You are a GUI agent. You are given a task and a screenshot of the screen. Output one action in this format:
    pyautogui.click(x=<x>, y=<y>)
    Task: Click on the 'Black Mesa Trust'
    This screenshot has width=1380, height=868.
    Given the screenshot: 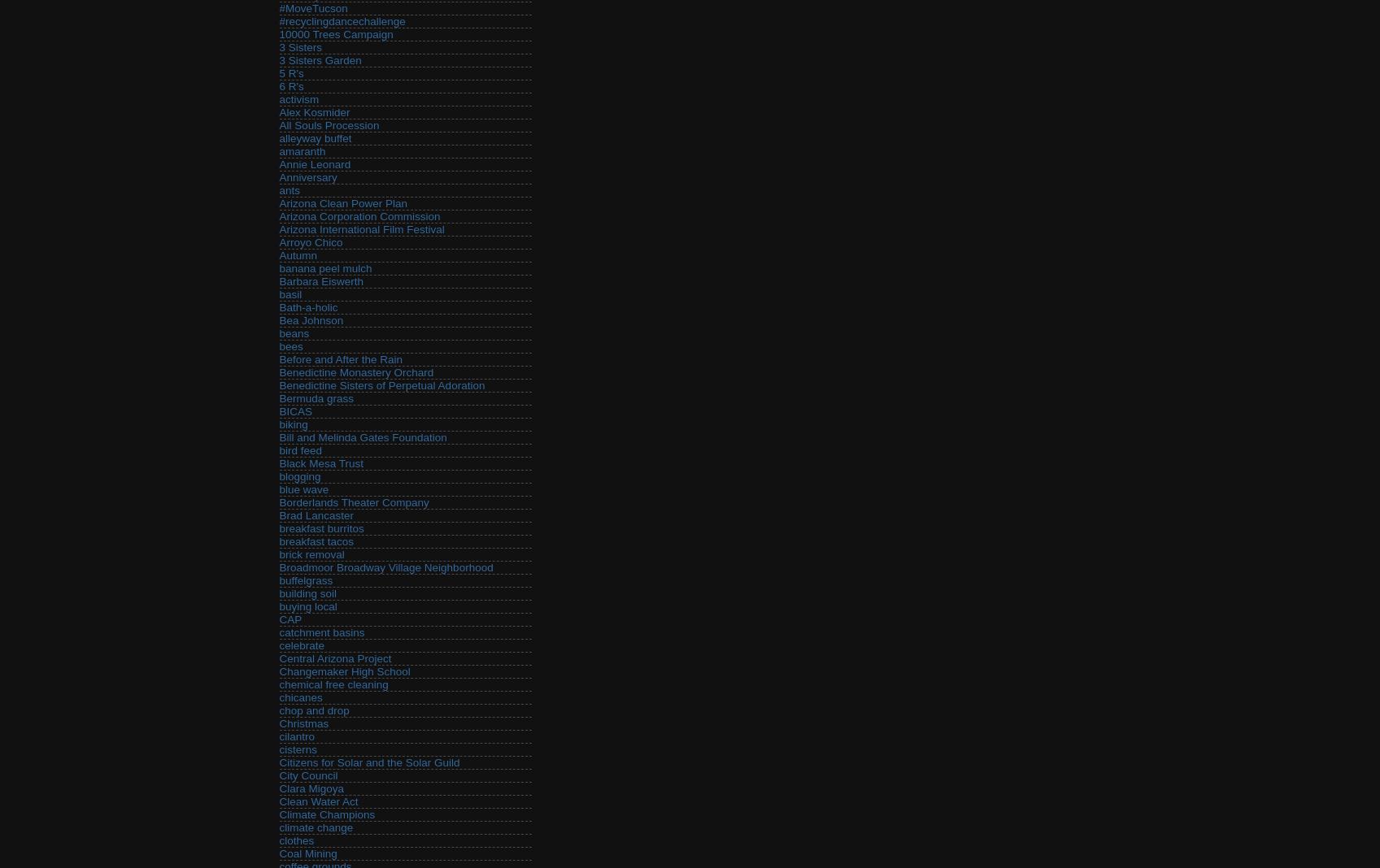 What is the action you would take?
    pyautogui.click(x=320, y=462)
    